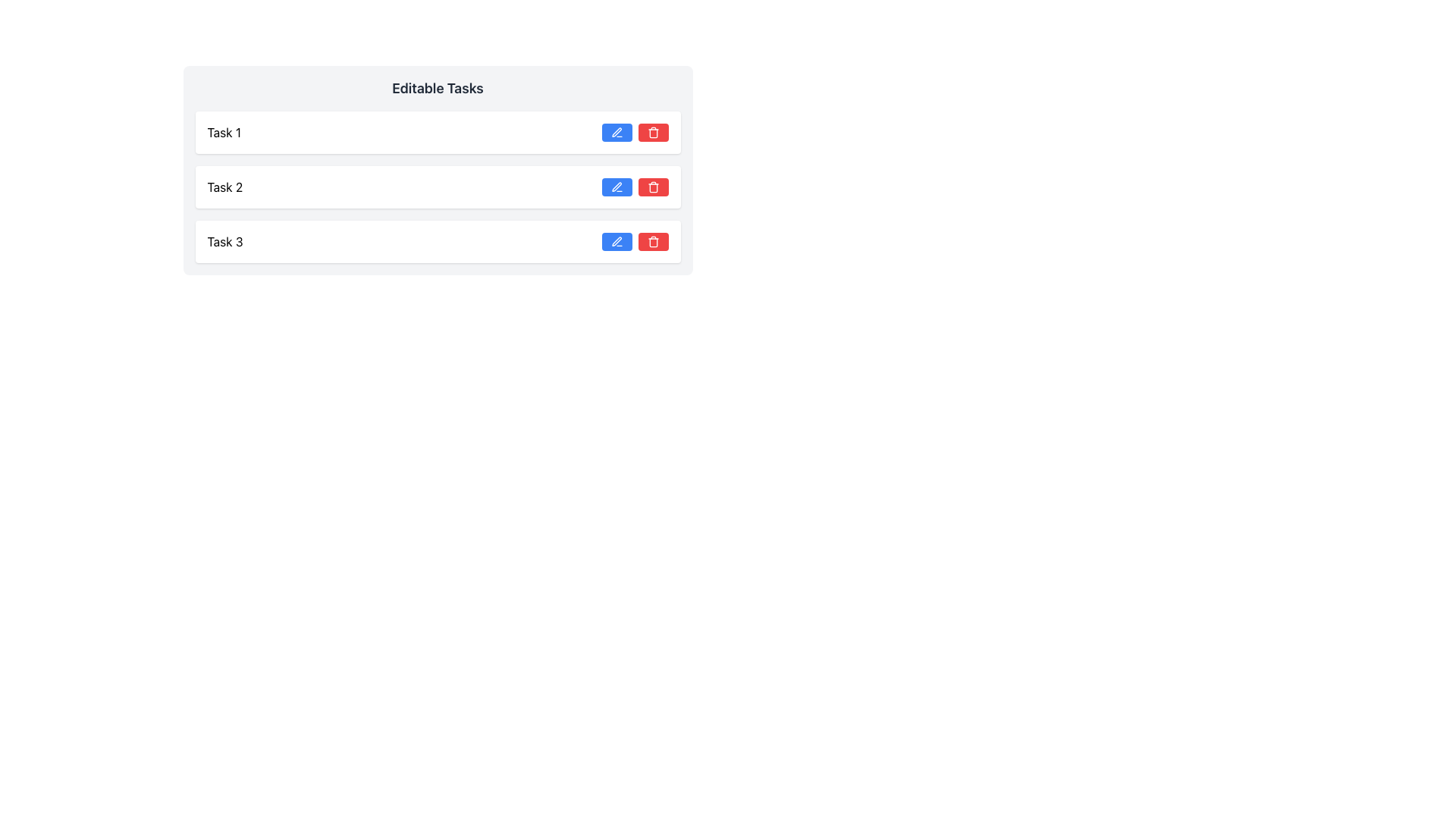 Image resolution: width=1456 pixels, height=819 pixels. I want to click on the delete button located to the right of the blue pen icon button in the third task row to confirm the deletion of the associated task, so click(653, 241).